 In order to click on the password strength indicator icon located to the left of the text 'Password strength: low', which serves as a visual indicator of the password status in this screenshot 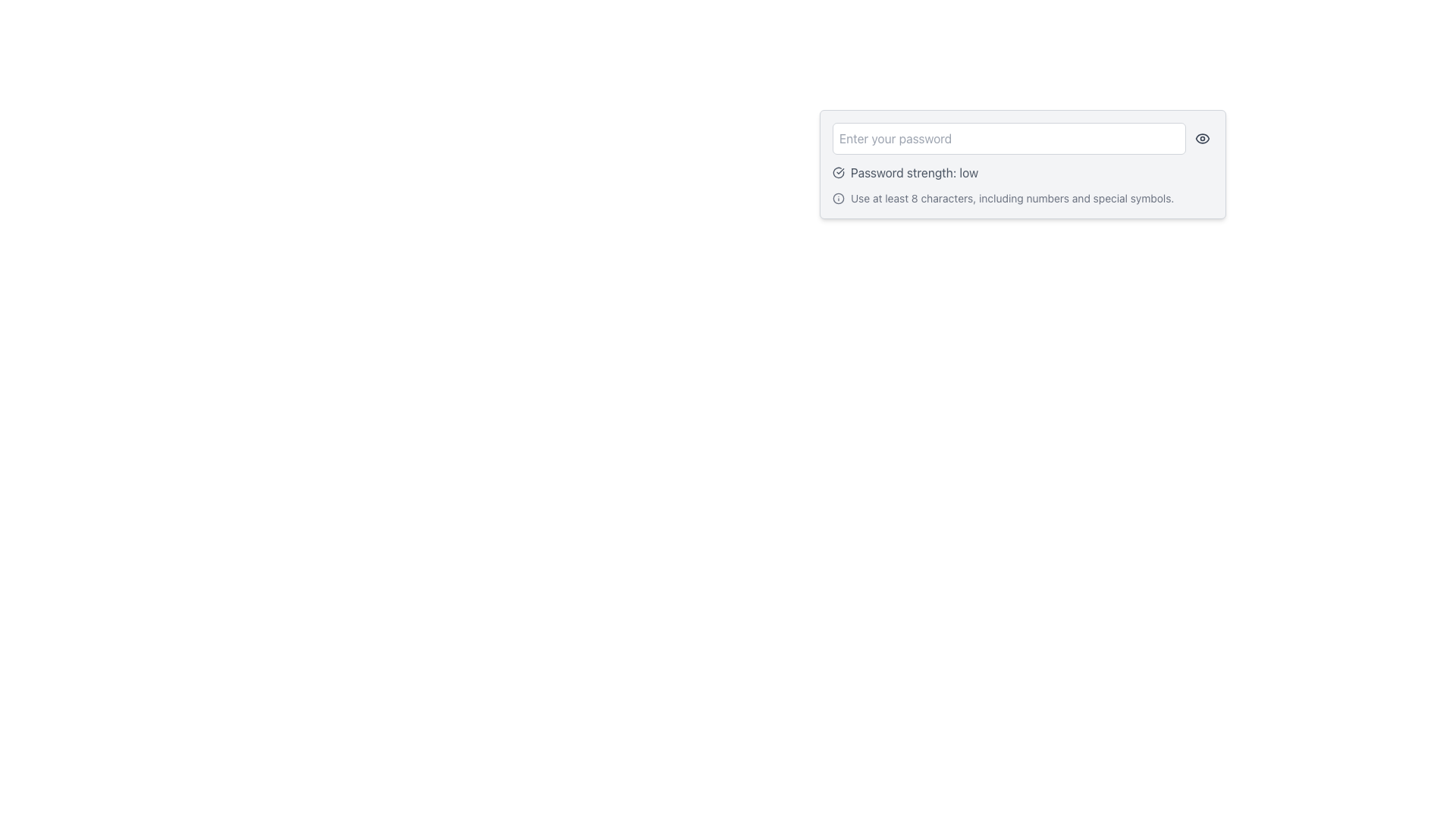, I will do `click(837, 171)`.